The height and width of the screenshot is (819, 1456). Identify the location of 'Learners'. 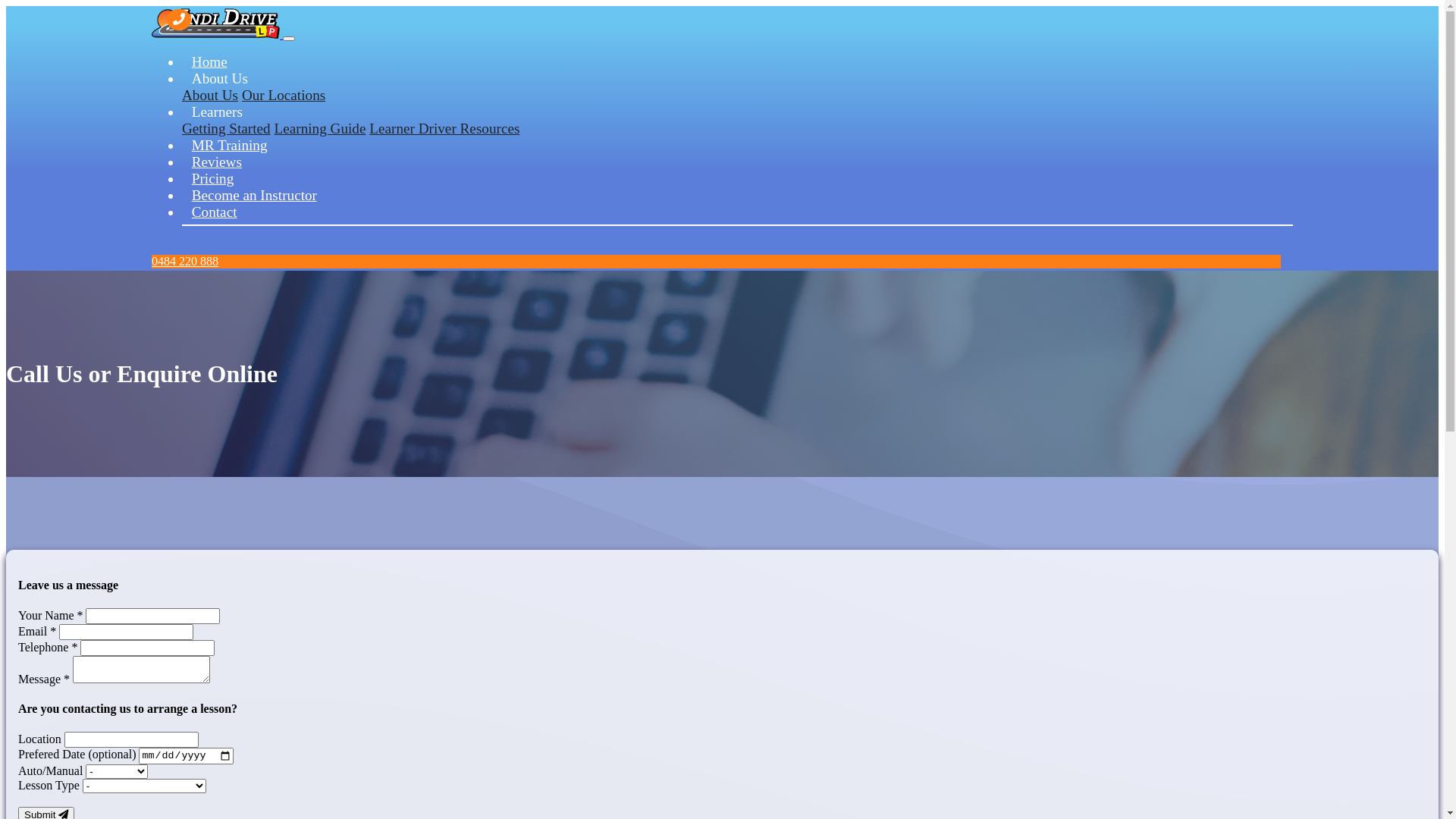
(216, 111).